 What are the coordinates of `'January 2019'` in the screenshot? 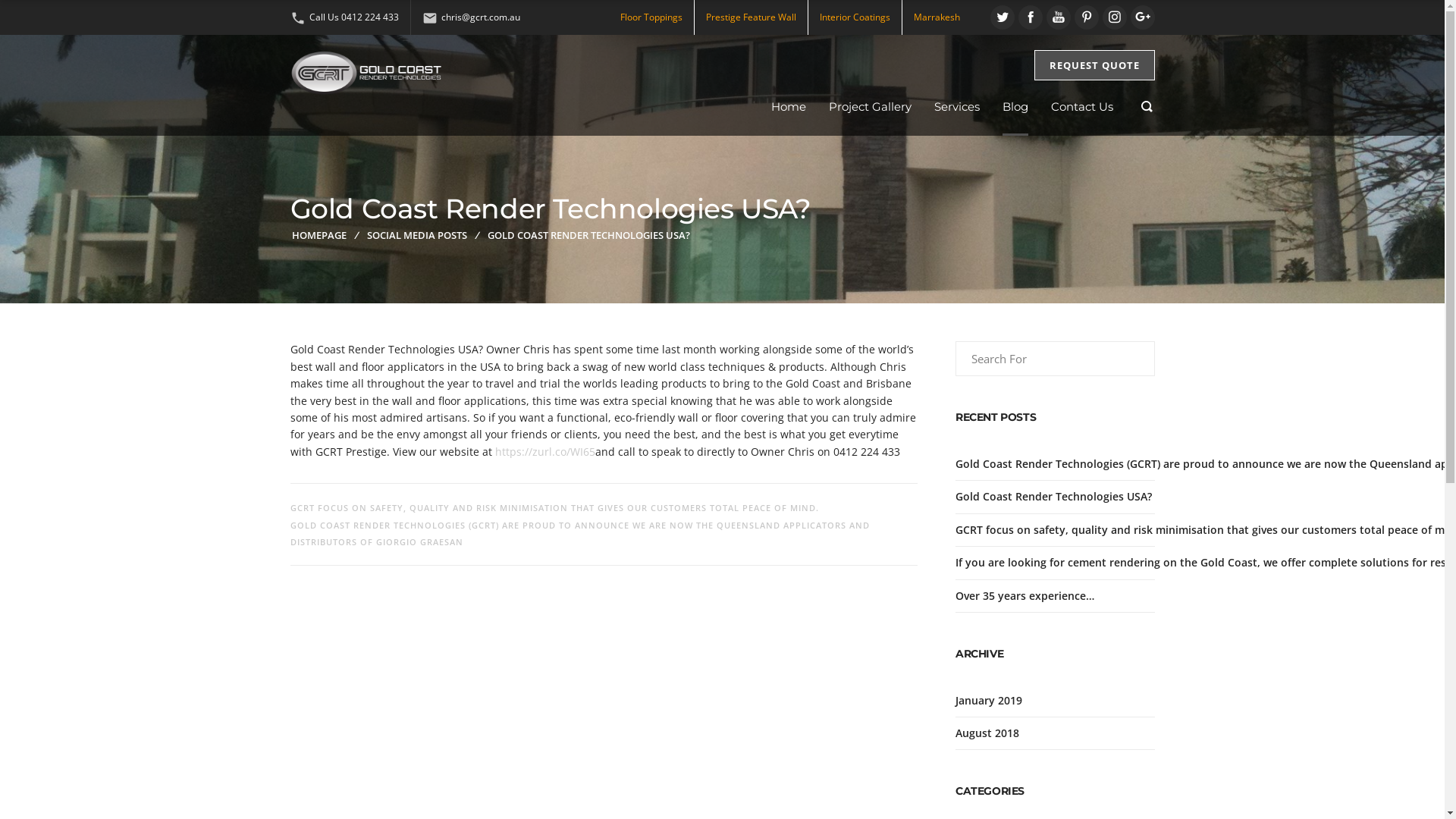 It's located at (989, 700).